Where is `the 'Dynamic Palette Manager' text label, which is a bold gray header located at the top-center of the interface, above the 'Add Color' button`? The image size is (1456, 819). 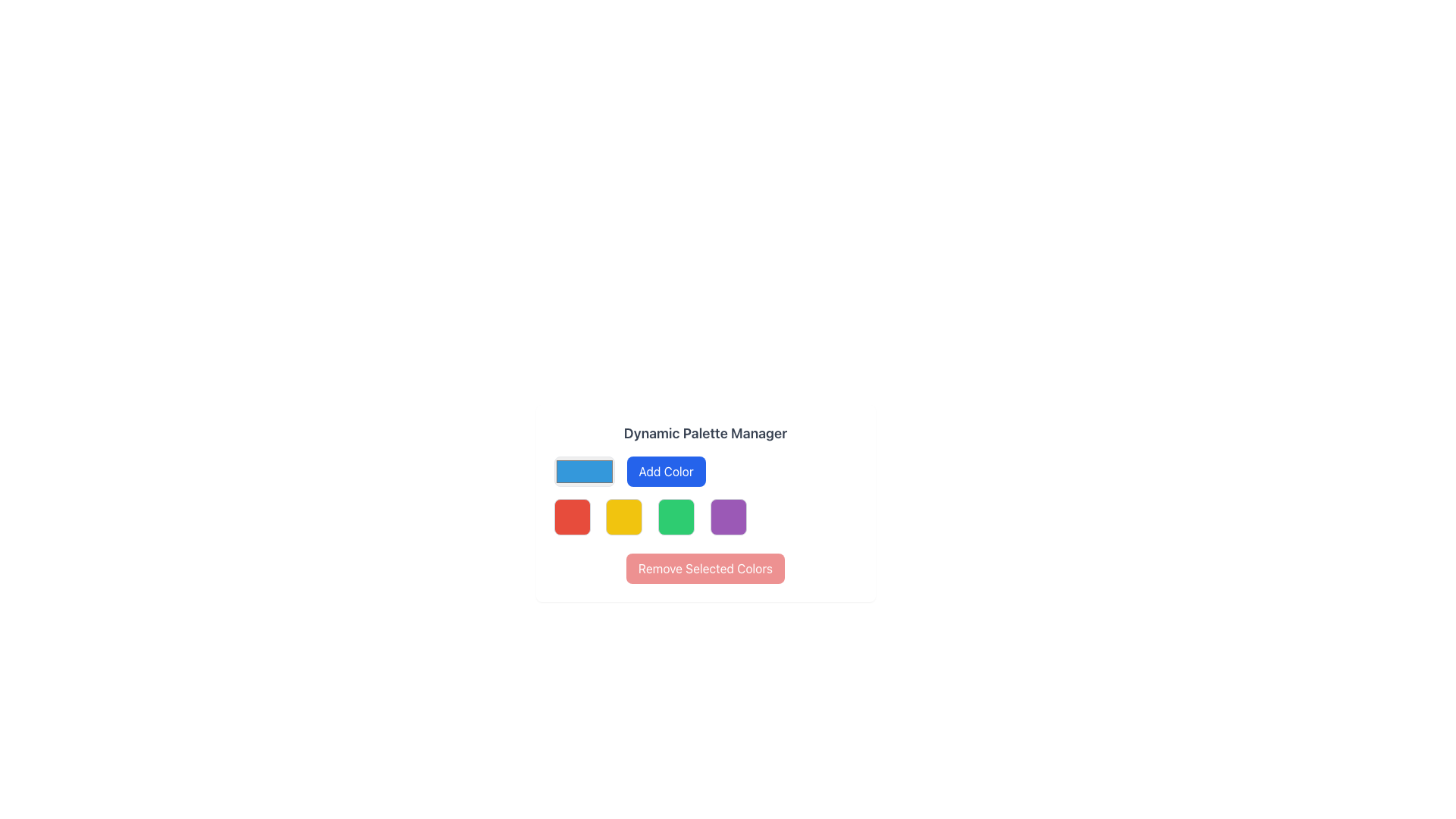
the 'Dynamic Palette Manager' text label, which is a bold gray header located at the top-center of the interface, above the 'Add Color' button is located at coordinates (704, 433).